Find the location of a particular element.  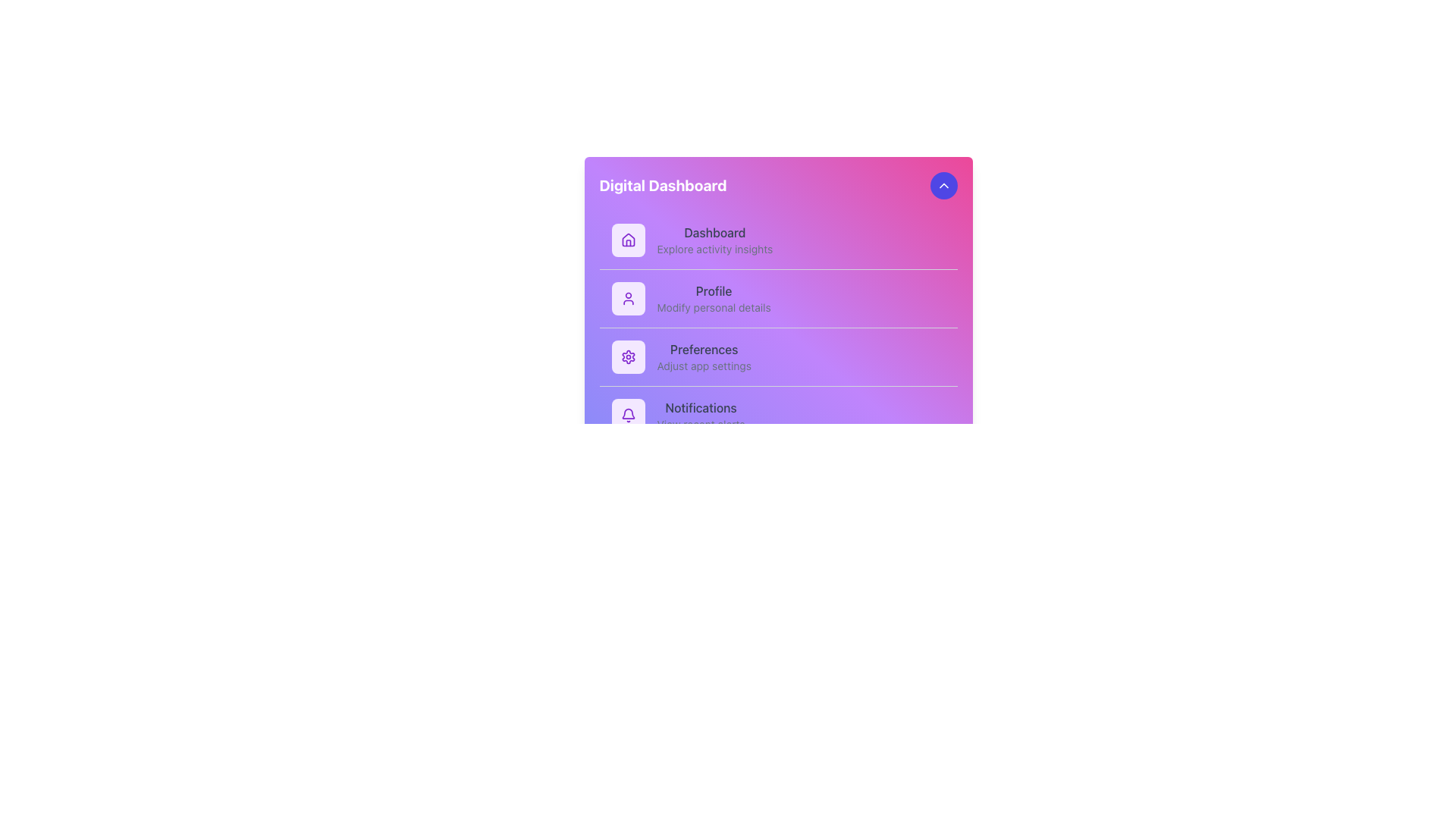

the outlined bell icon, which is part of the notification UI element is located at coordinates (628, 415).